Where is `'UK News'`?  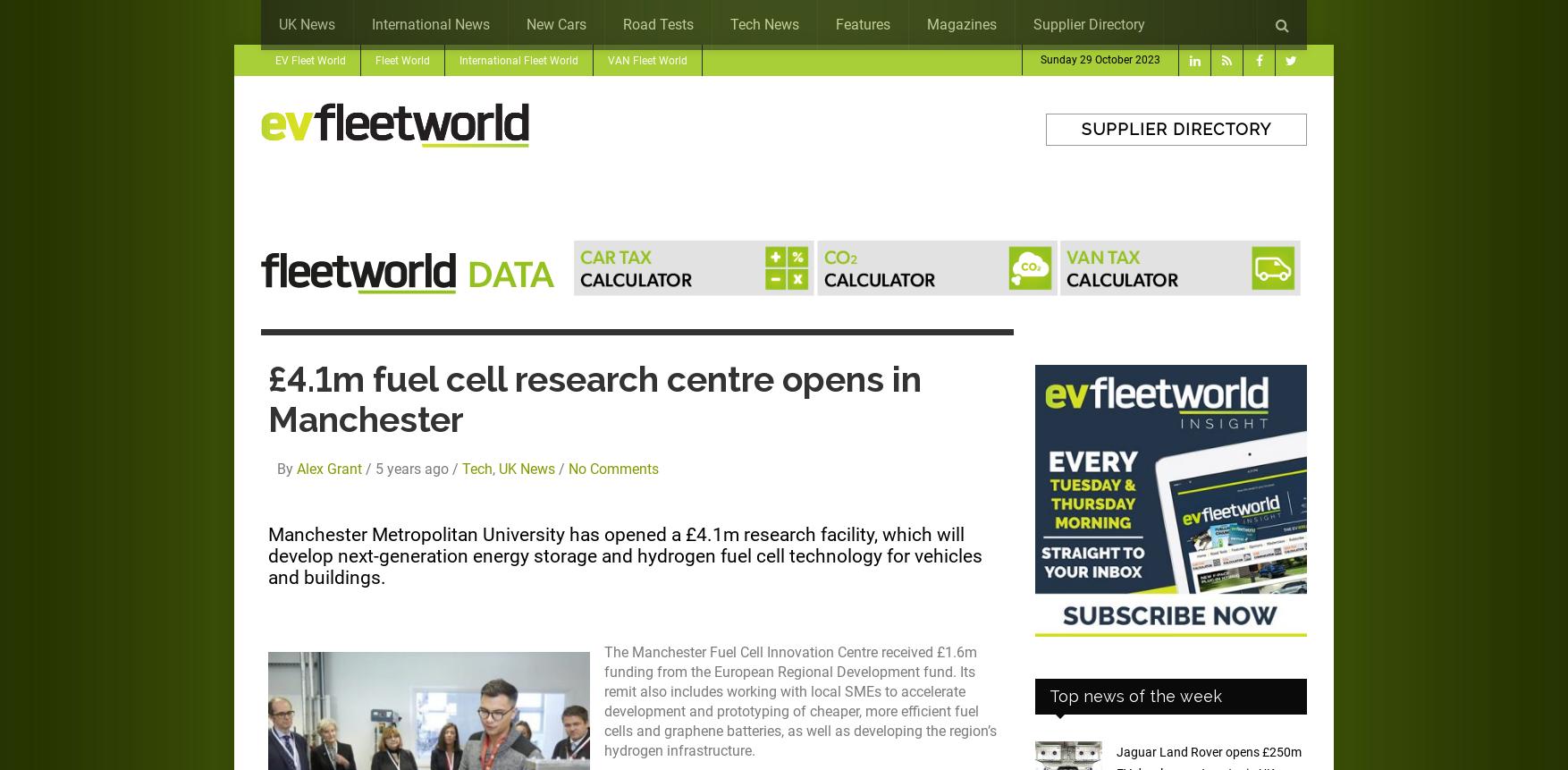
'UK News' is located at coordinates (498, 469).